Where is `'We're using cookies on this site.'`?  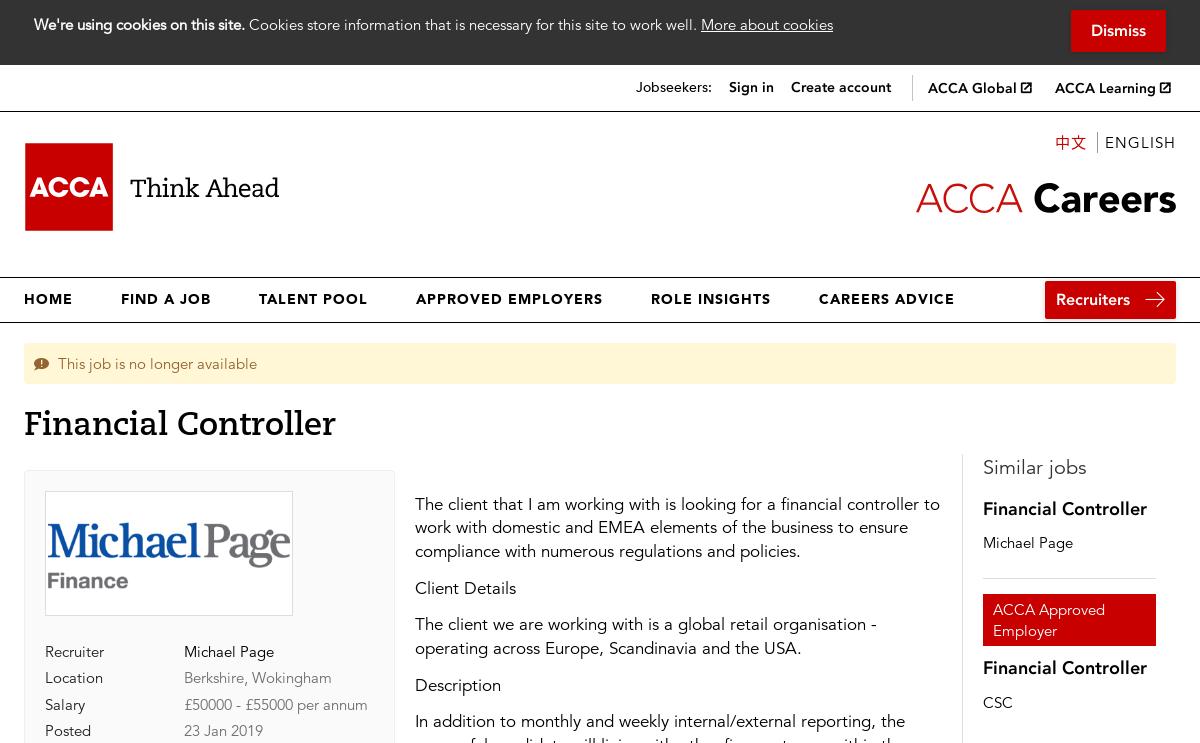
'We're using cookies on this site.' is located at coordinates (139, 24).